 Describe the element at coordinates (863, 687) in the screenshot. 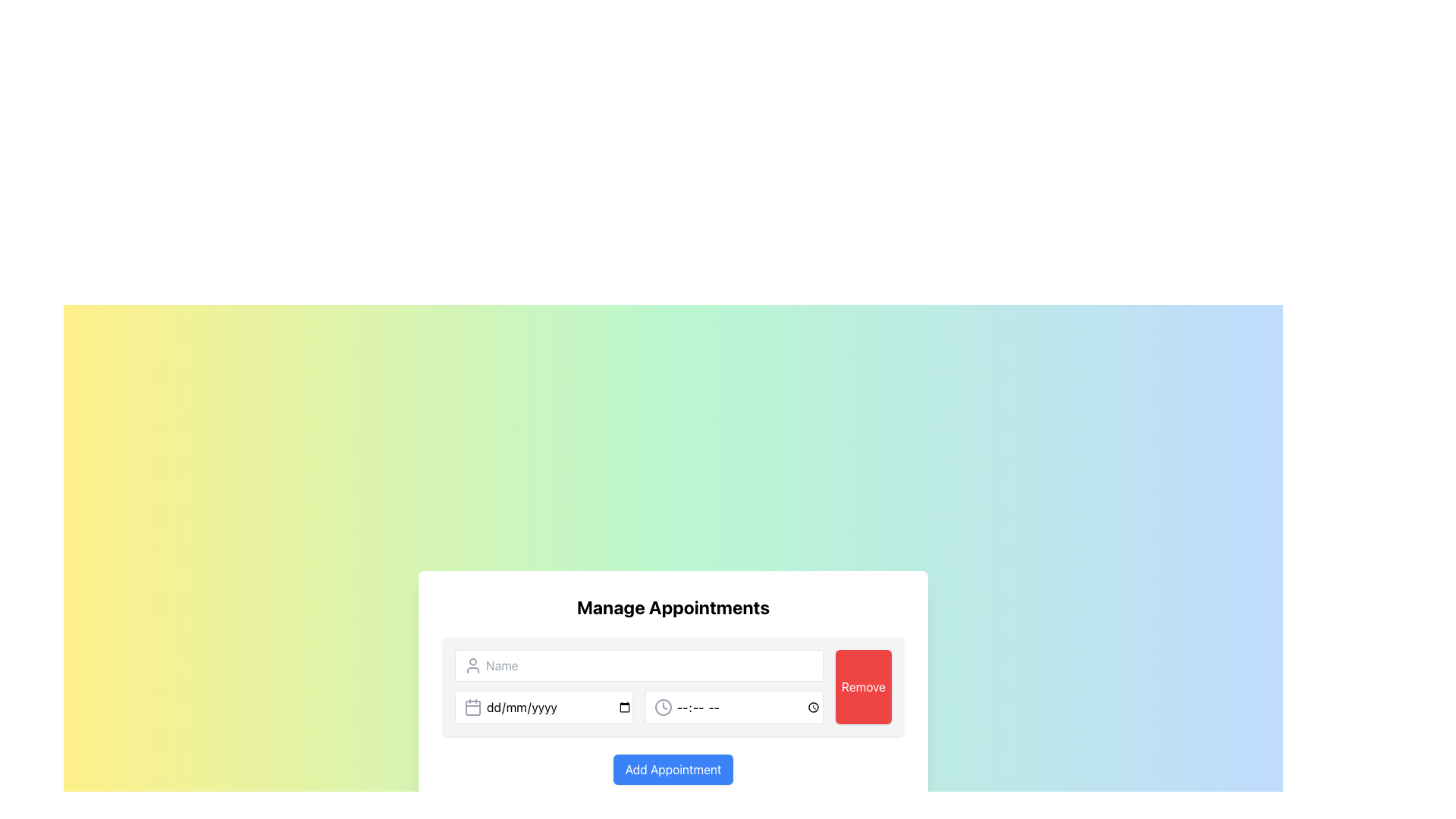

I see `the red button labeled 'Remove'` at that location.